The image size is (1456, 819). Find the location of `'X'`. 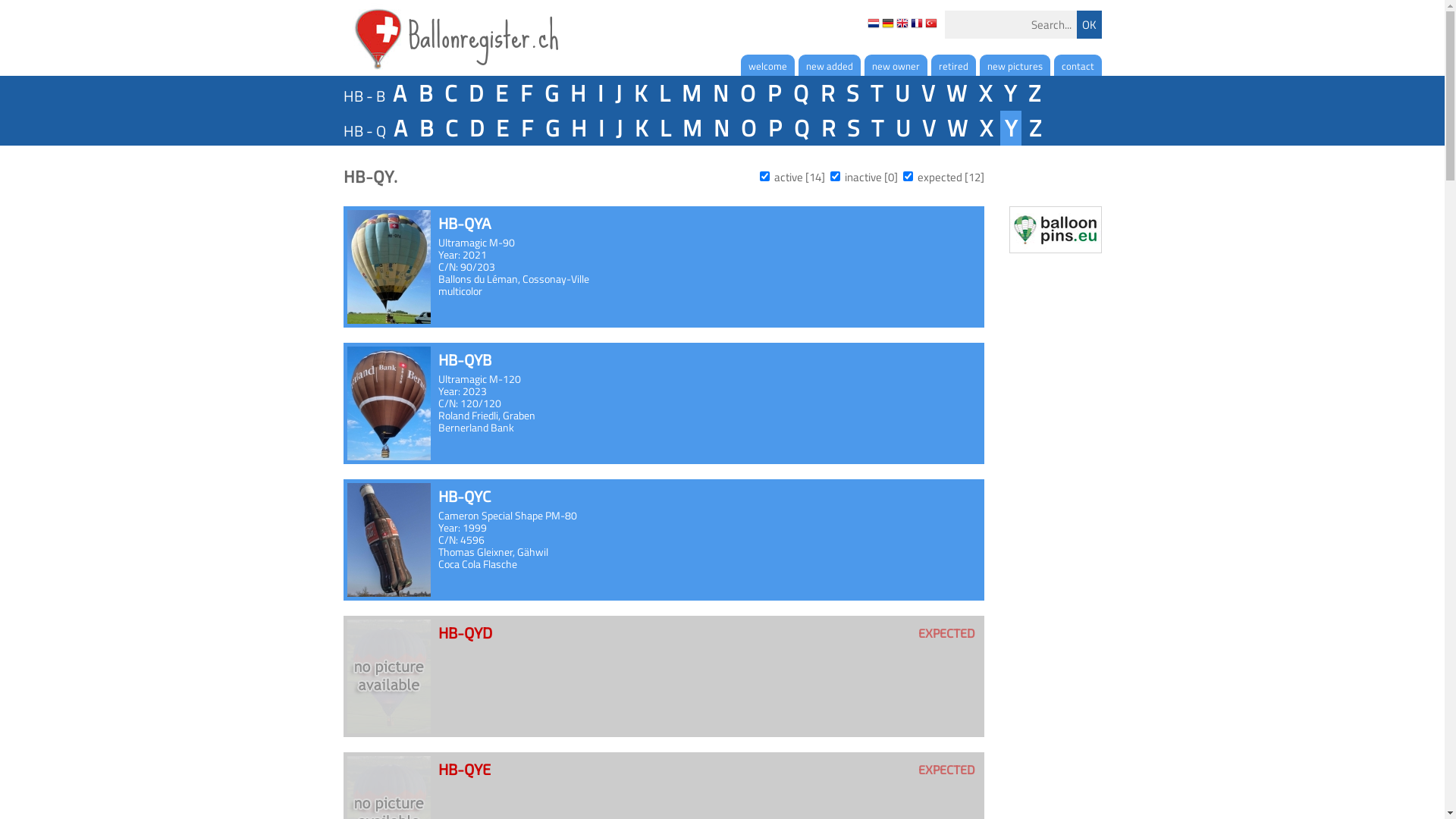

'X' is located at coordinates (986, 127).